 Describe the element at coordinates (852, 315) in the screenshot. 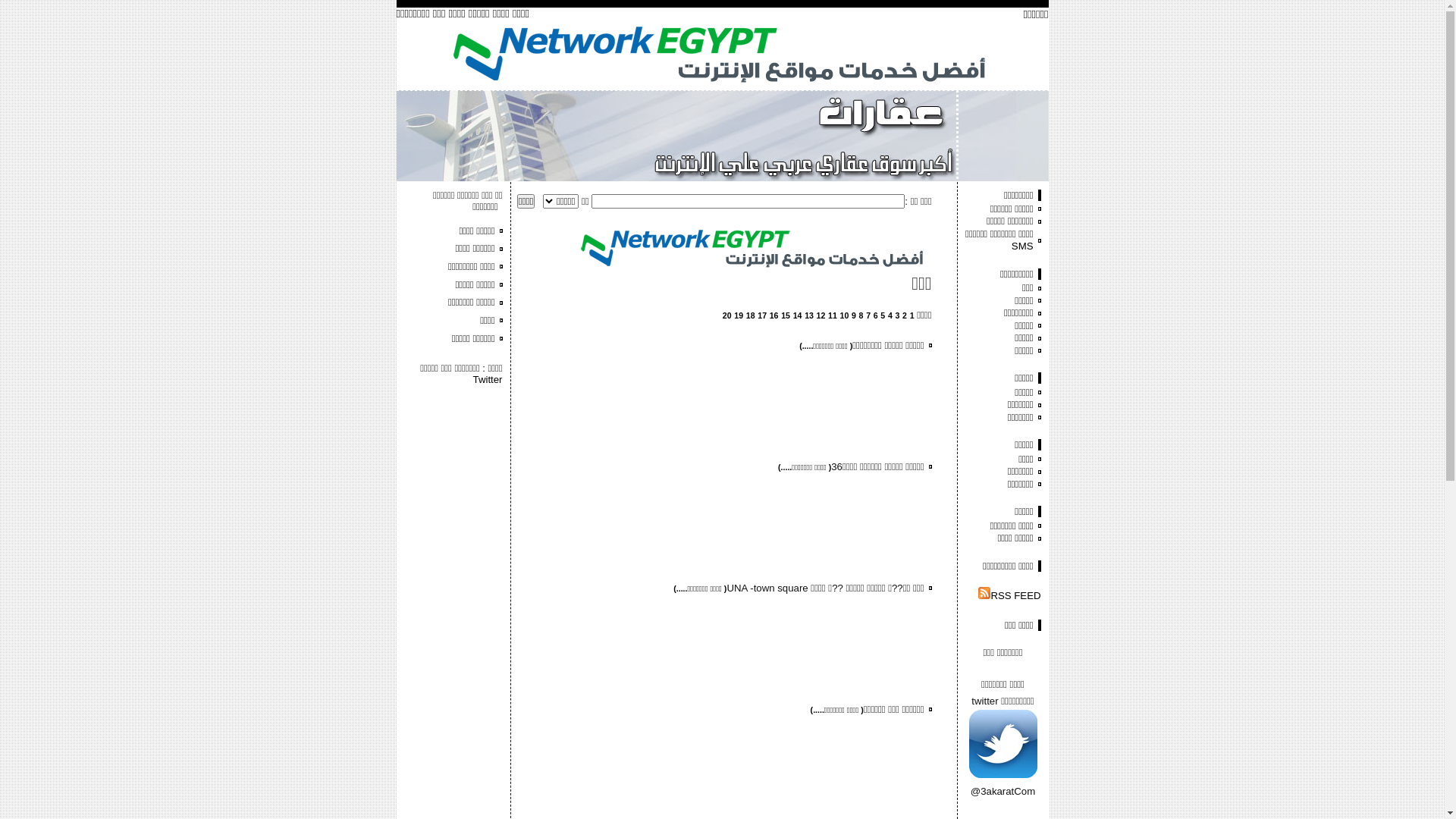

I see `'9'` at that location.